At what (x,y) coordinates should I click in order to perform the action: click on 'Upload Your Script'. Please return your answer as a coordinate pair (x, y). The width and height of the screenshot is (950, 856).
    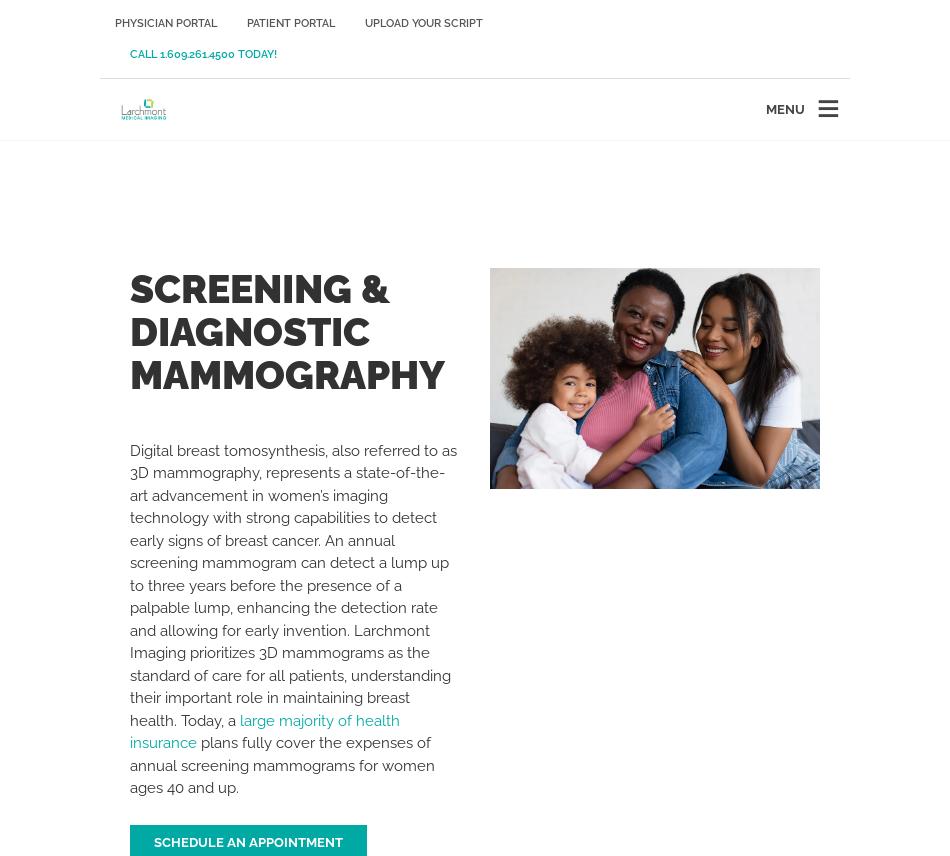
    Looking at the image, I should click on (422, 23).